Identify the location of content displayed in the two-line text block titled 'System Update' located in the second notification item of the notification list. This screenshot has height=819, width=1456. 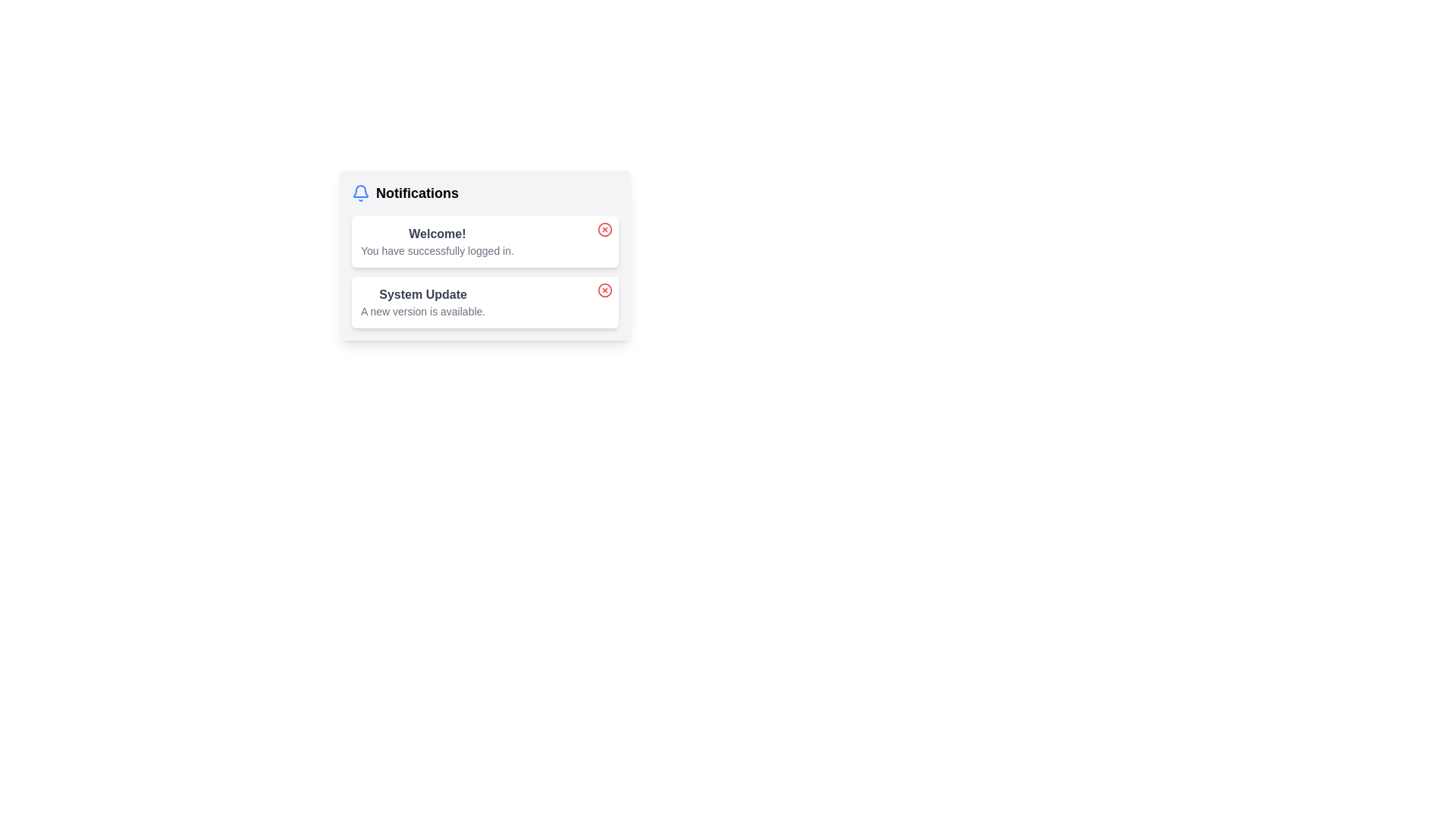
(423, 302).